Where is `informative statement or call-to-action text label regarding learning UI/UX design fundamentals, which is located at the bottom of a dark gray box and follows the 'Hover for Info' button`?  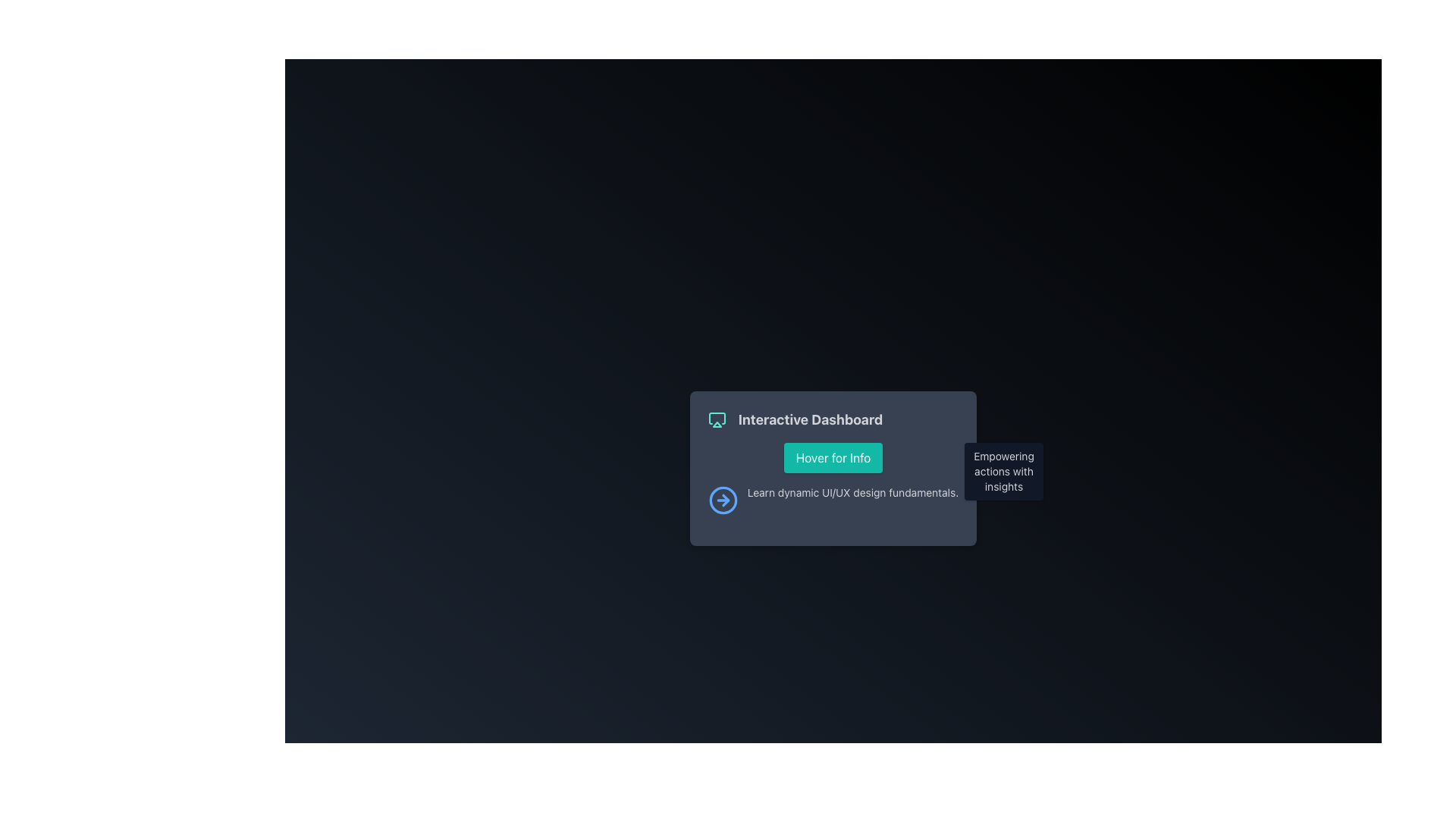 informative statement or call-to-action text label regarding learning UI/UX design fundamentals, which is located at the bottom of a dark gray box and follows the 'Hover for Info' button is located at coordinates (833, 500).